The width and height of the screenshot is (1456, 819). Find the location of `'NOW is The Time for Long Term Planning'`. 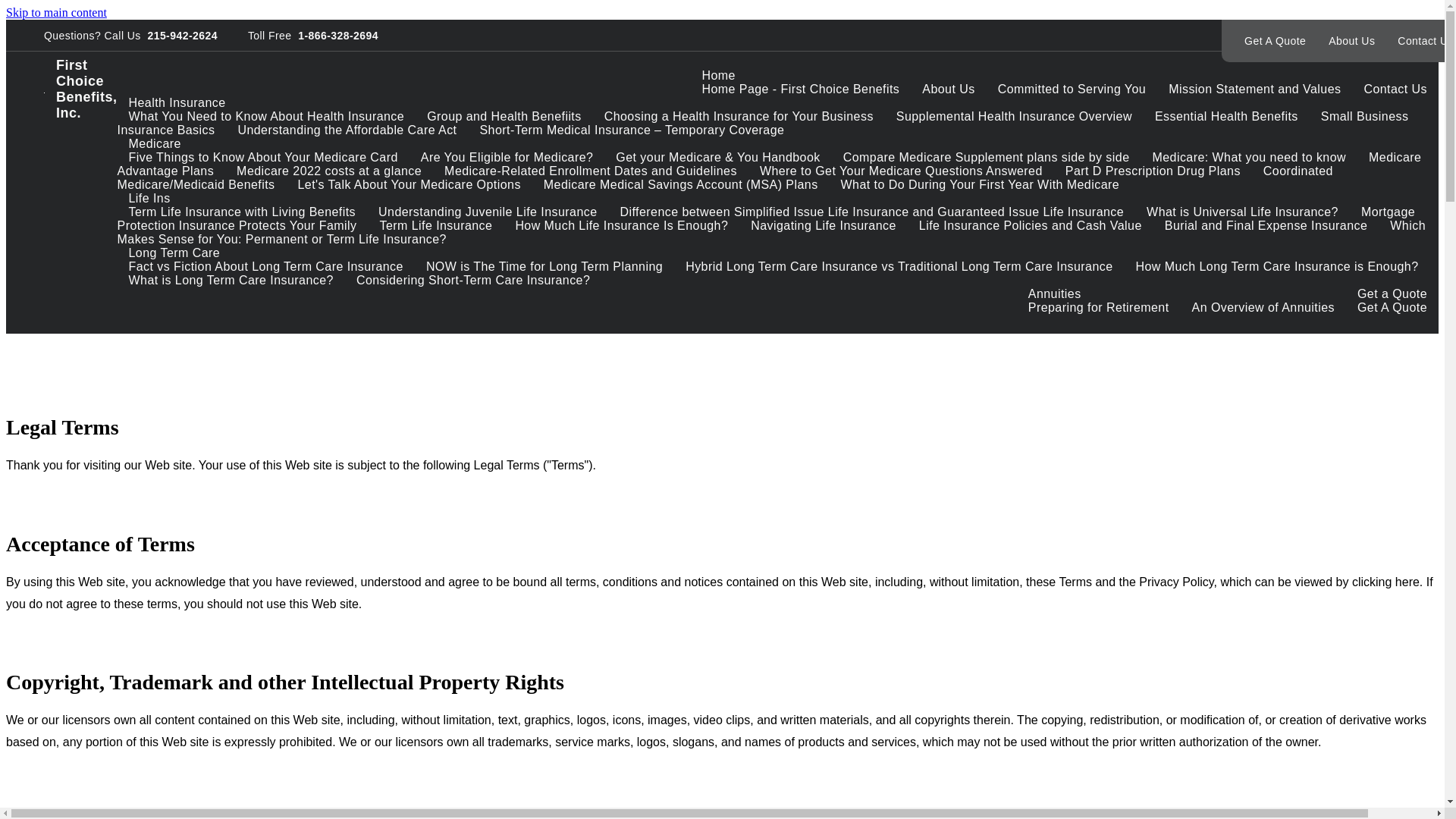

'NOW is The Time for Long Term Planning' is located at coordinates (544, 265).